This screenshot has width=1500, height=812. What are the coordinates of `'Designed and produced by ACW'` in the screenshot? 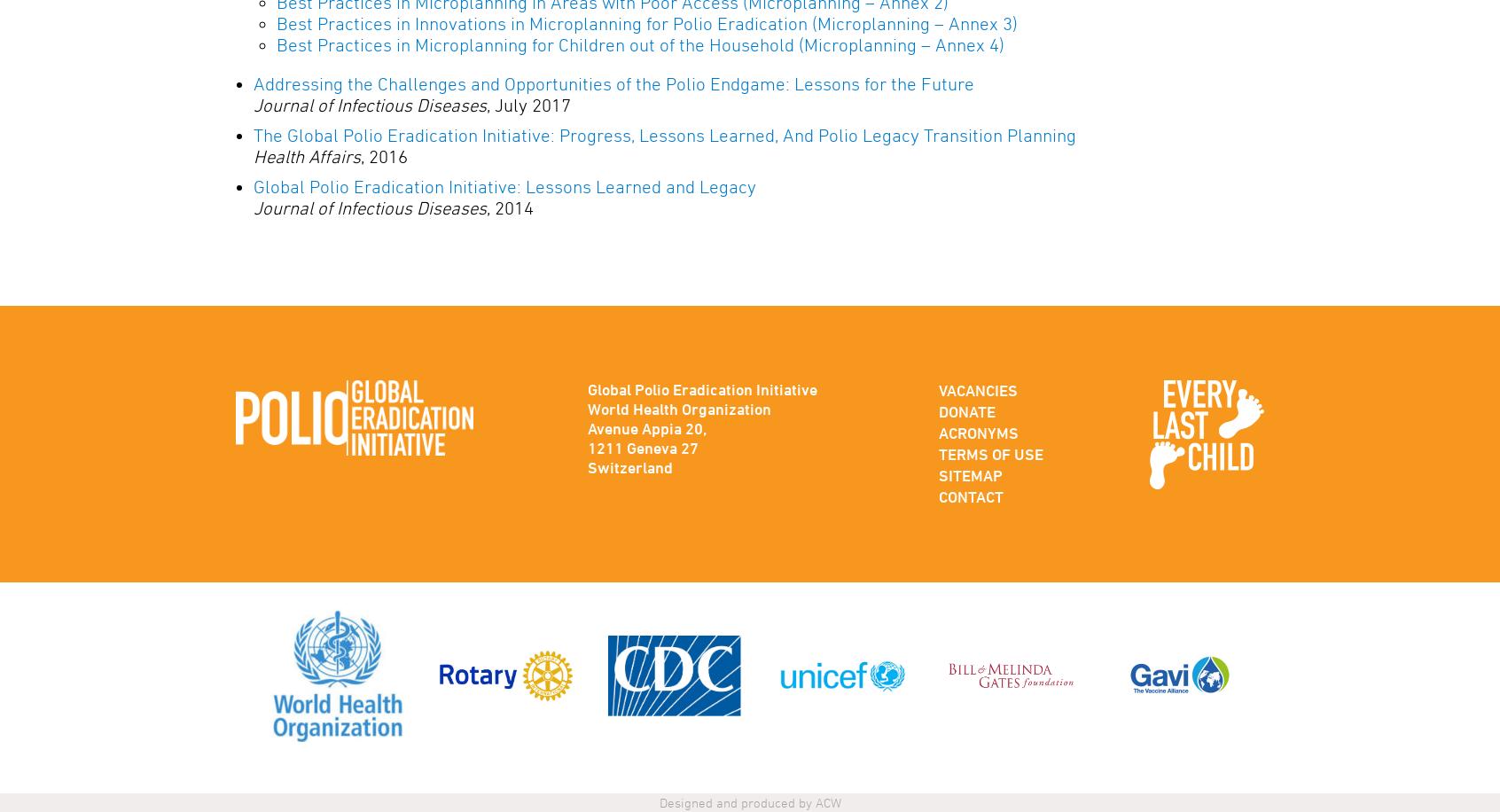 It's located at (749, 801).